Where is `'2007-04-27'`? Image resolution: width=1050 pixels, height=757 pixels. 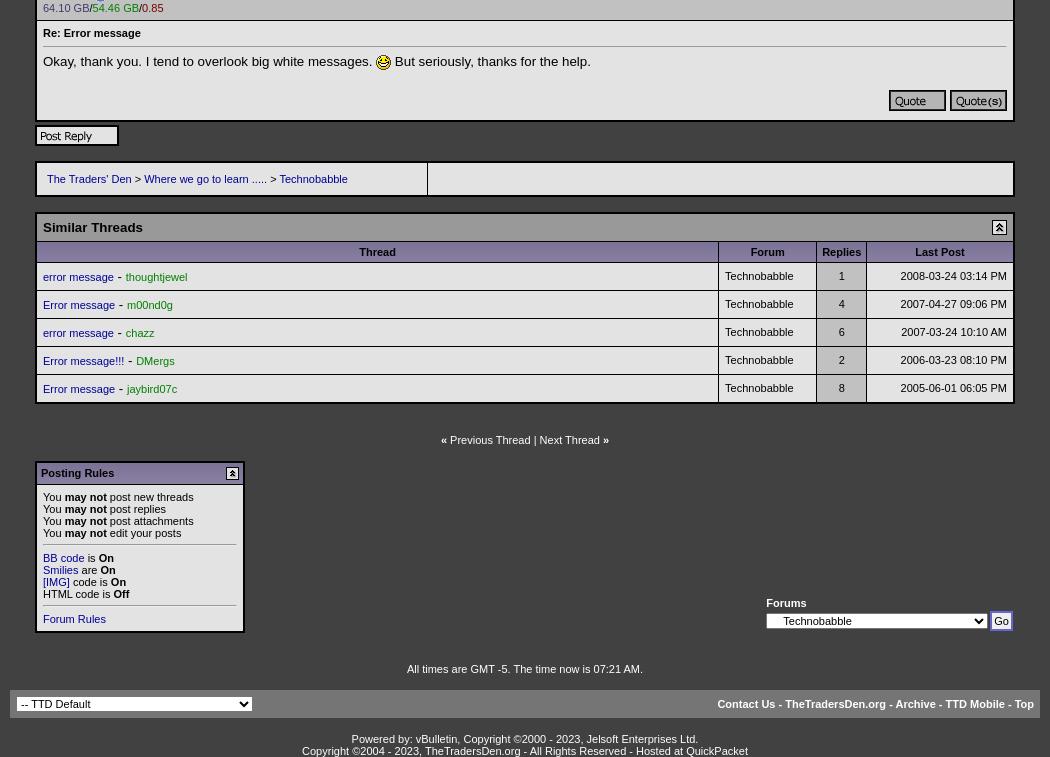
'2007-04-27' is located at coordinates (929, 303).